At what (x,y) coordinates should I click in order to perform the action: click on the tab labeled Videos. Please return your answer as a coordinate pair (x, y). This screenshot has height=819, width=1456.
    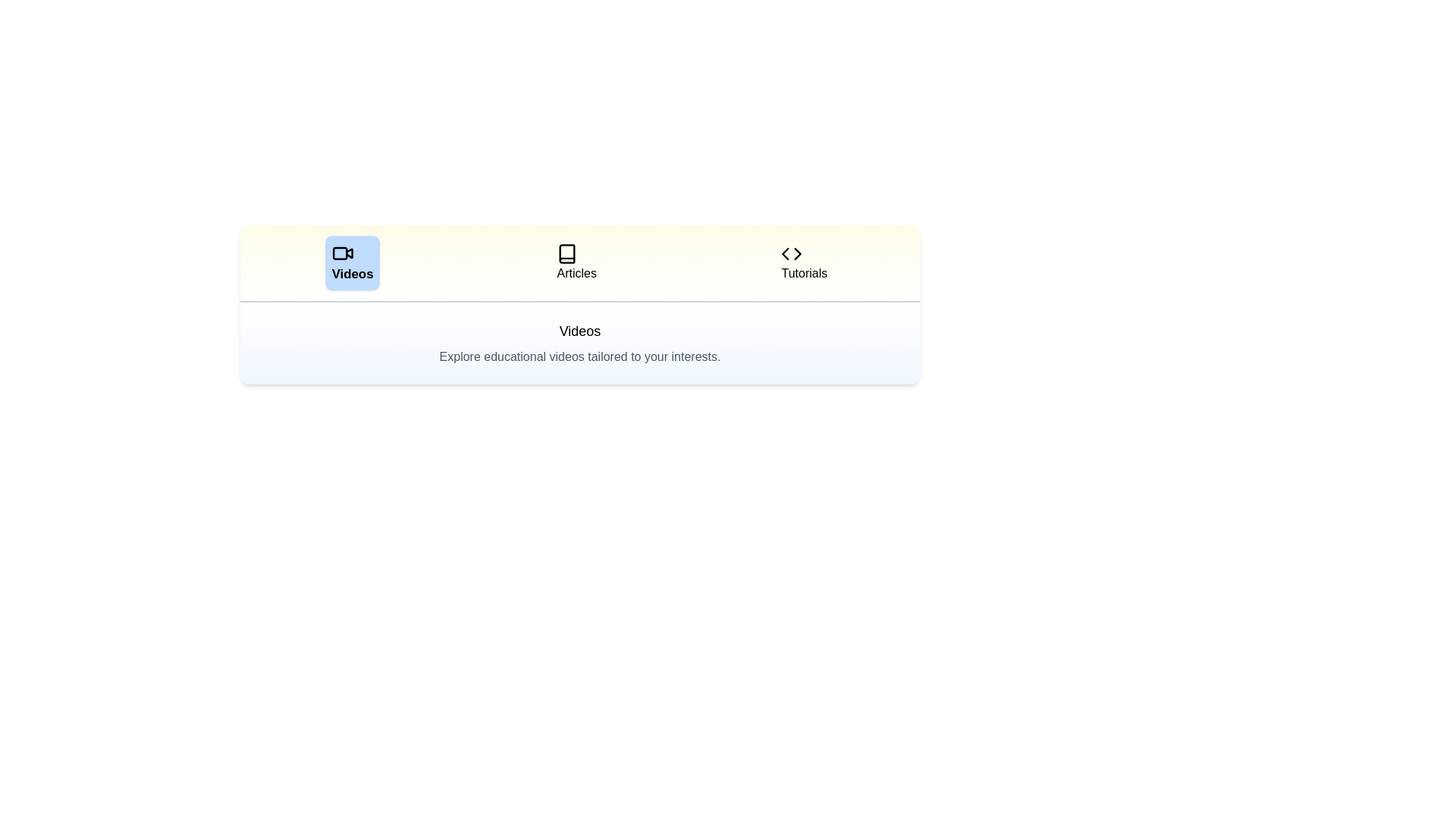
    Looking at the image, I should click on (351, 262).